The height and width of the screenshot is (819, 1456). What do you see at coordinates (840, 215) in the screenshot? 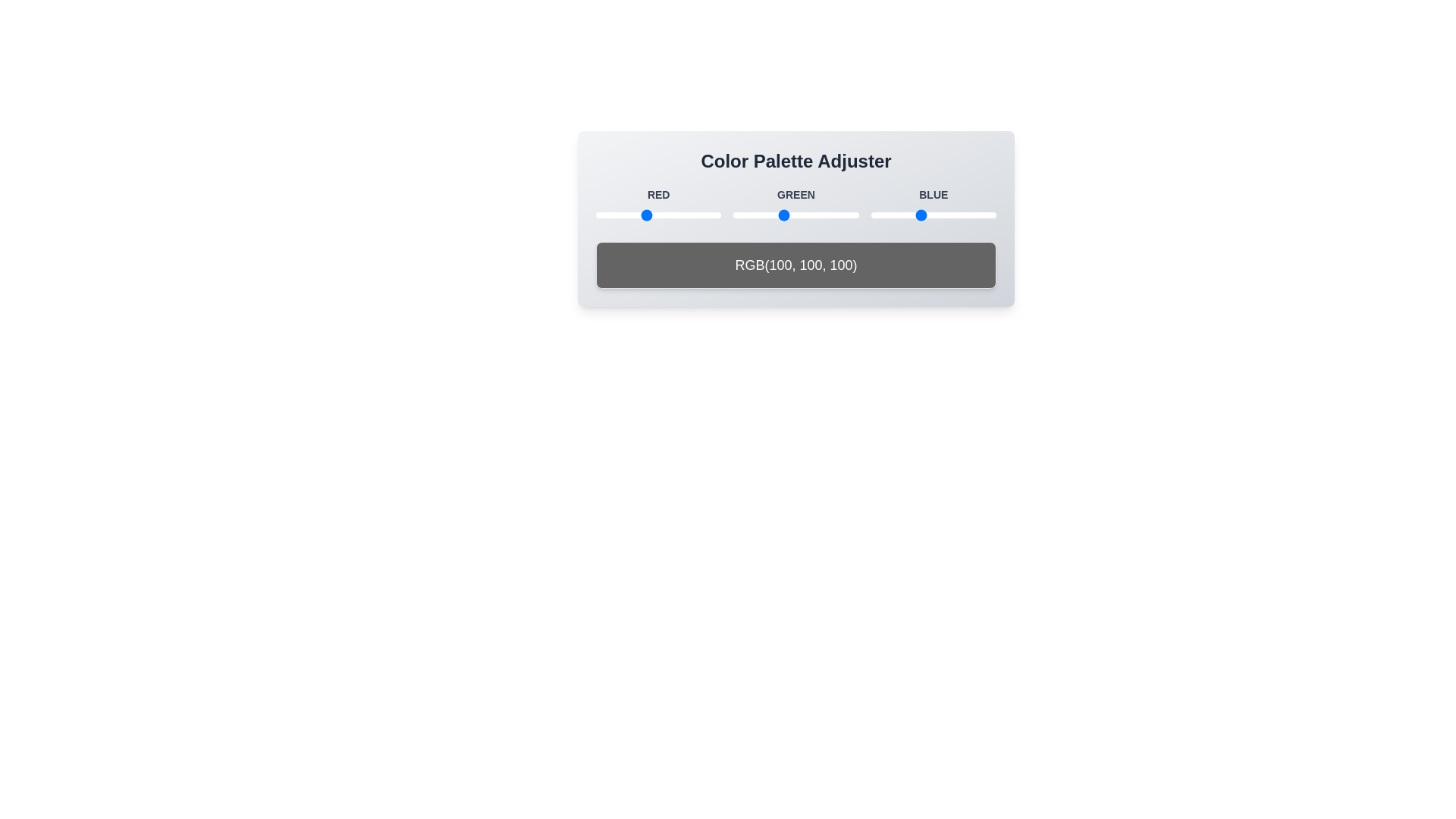
I see `the green color value to 219 by adjusting the slider` at bounding box center [840, 215].